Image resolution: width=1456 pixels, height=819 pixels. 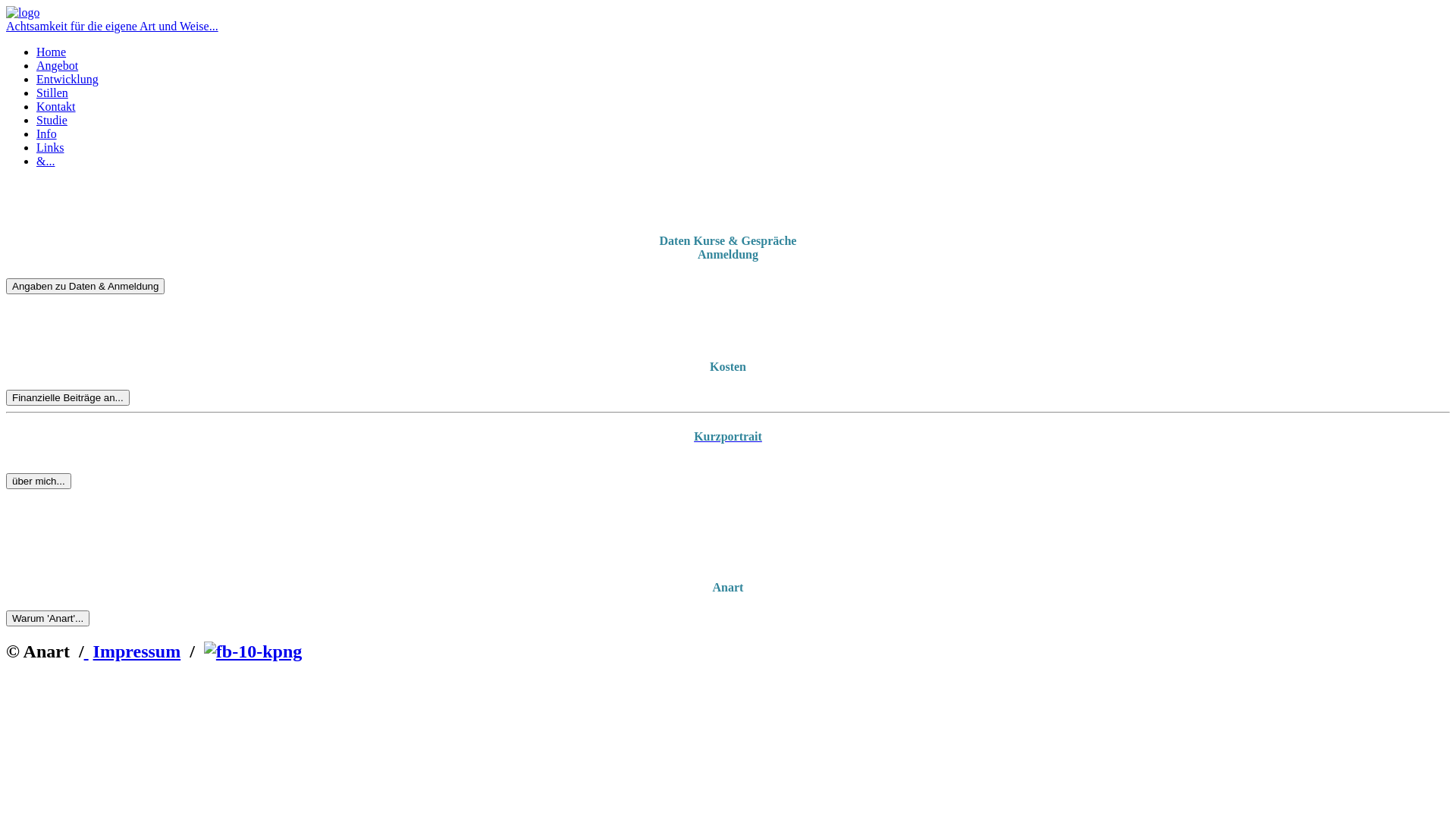 What do you see at coordinates (51, 51) in the screenshot?
I see `'Home'` at bounding box center [51, 51].